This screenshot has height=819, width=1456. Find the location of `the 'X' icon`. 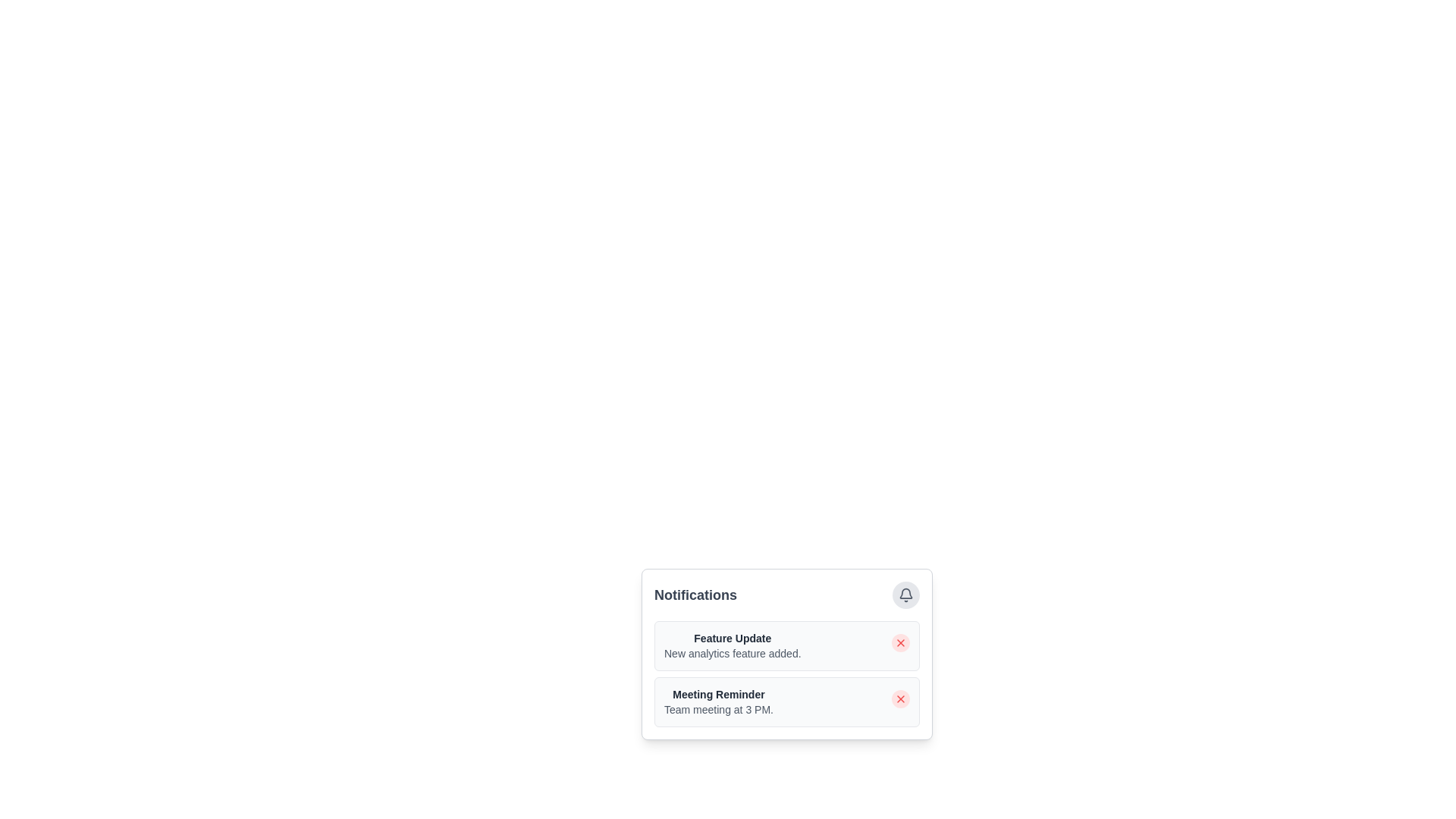

the 'X' icon is located at coordinates (901, 698).